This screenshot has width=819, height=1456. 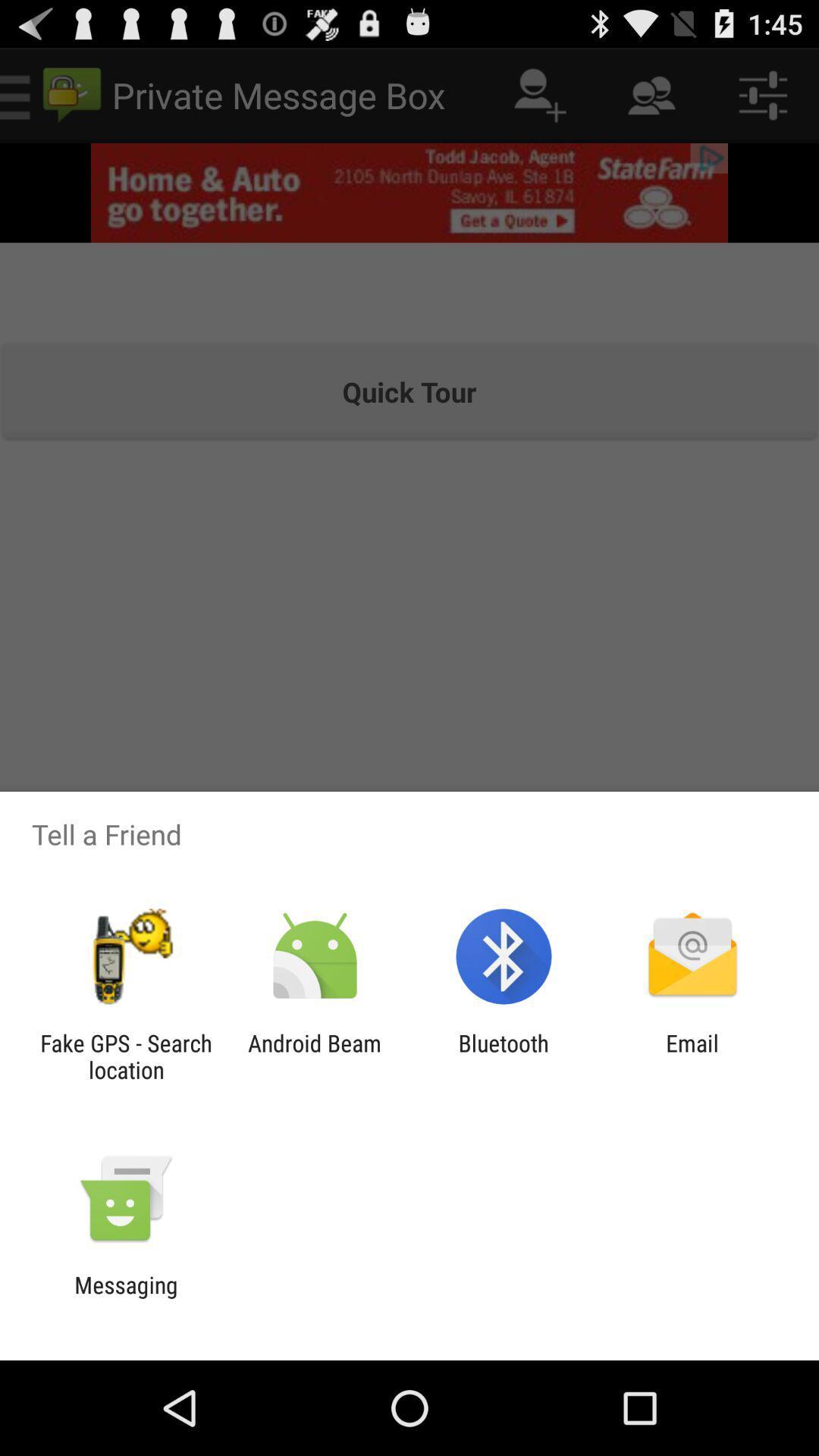 What do you see at coordinates (314, 1056) in the screenshot?
I see `the app to the right of the fake gps search icon` at bounding box center [314, 1056].